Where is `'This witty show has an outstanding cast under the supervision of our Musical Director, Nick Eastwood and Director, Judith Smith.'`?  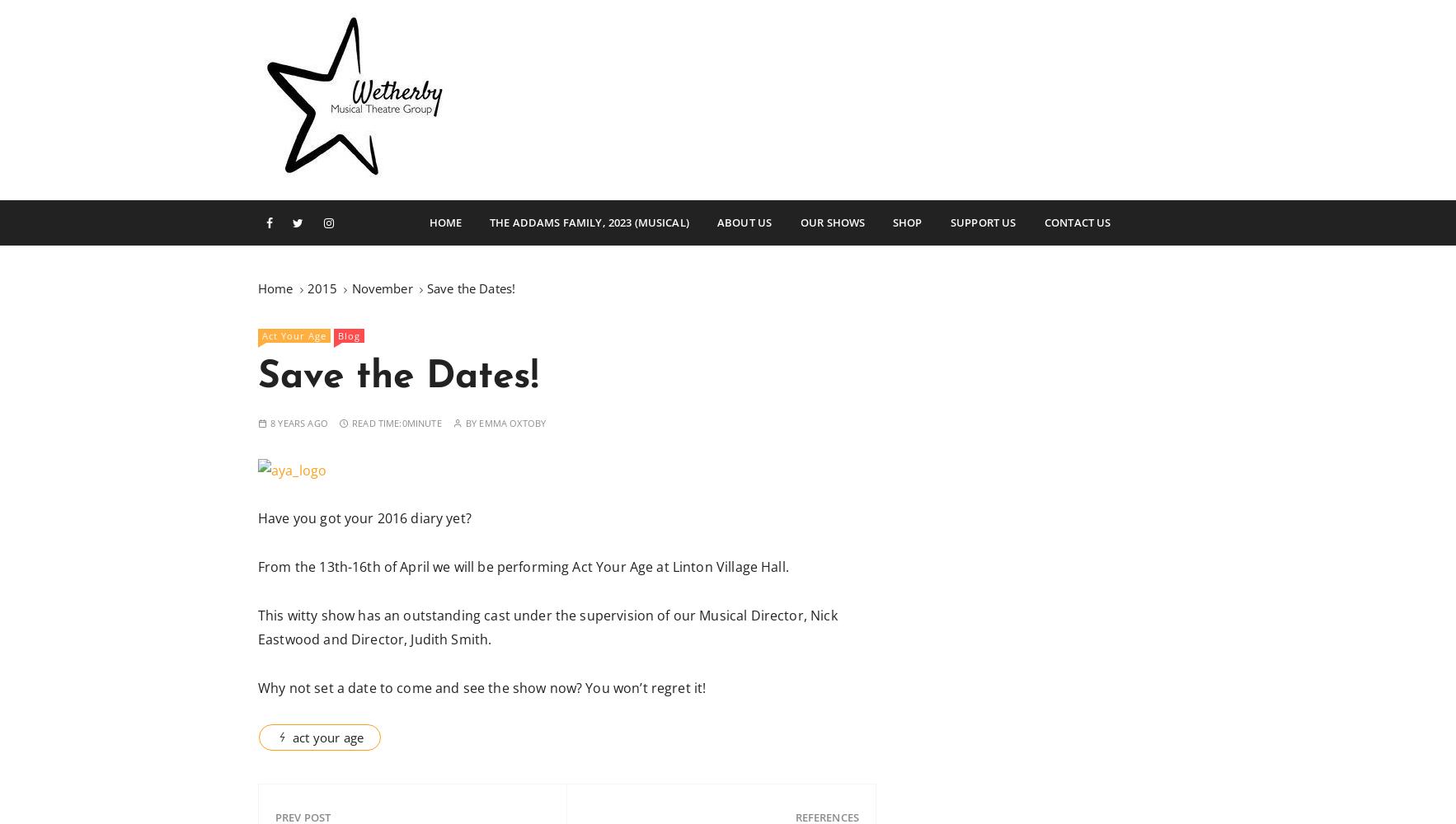 'This witty show has an outstanding cast under the supervision of our Musical Director, Nick Eastwood and Director, Judith Smith.' is located at coordinates (547, 627).